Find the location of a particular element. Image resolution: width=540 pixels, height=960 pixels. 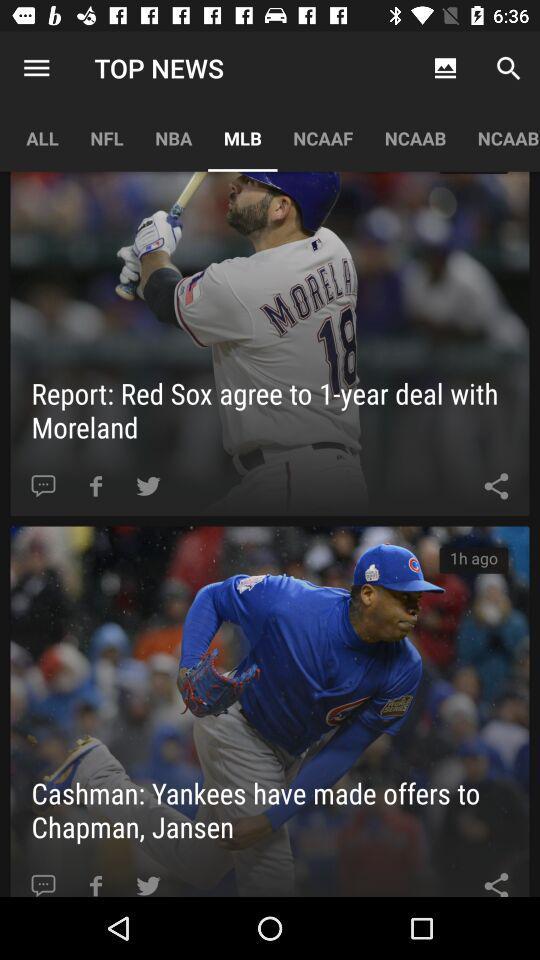

icon to the left of the ncaab app is located at coordinates (323, 137).